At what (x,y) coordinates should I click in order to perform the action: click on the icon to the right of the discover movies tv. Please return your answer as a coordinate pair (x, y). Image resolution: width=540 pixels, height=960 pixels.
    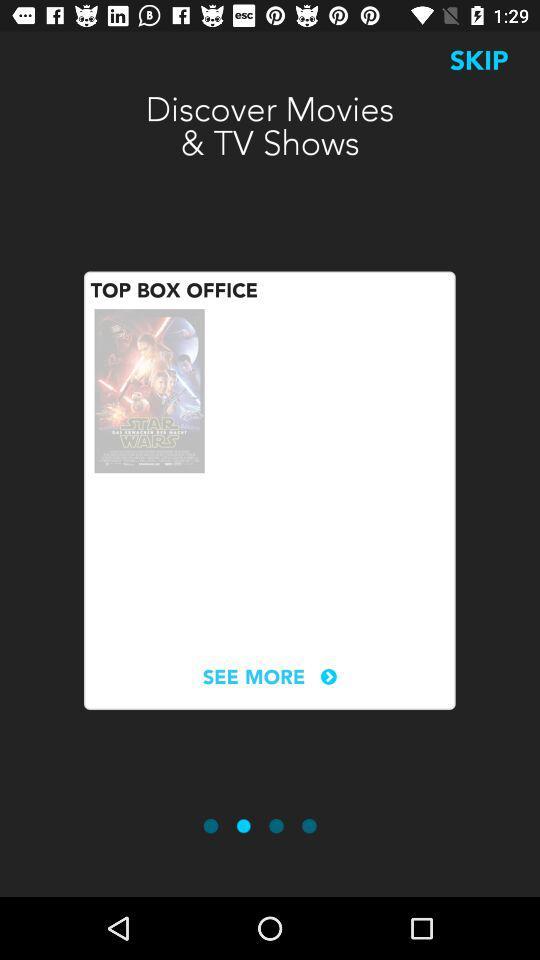
    Looking at the image, I should click on (478, 59).